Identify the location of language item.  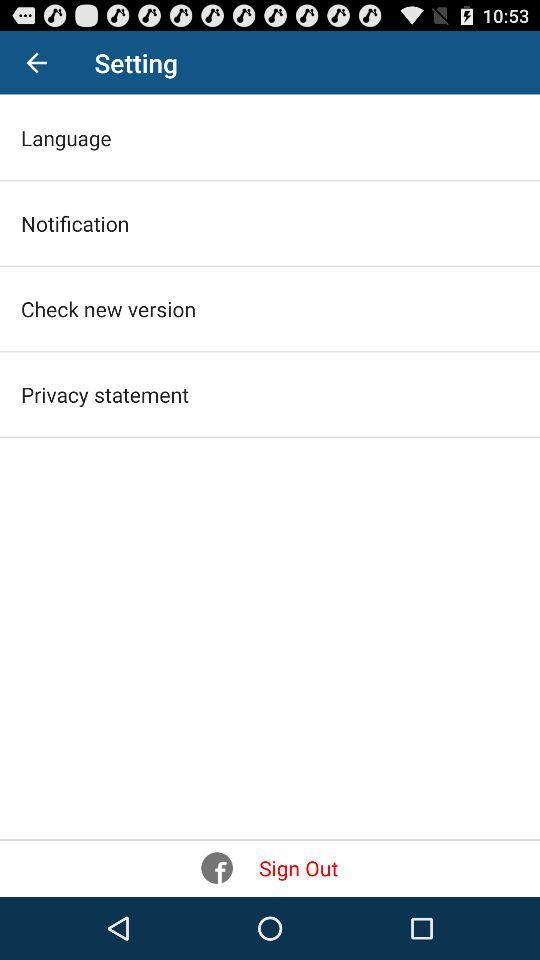
(66, 136).